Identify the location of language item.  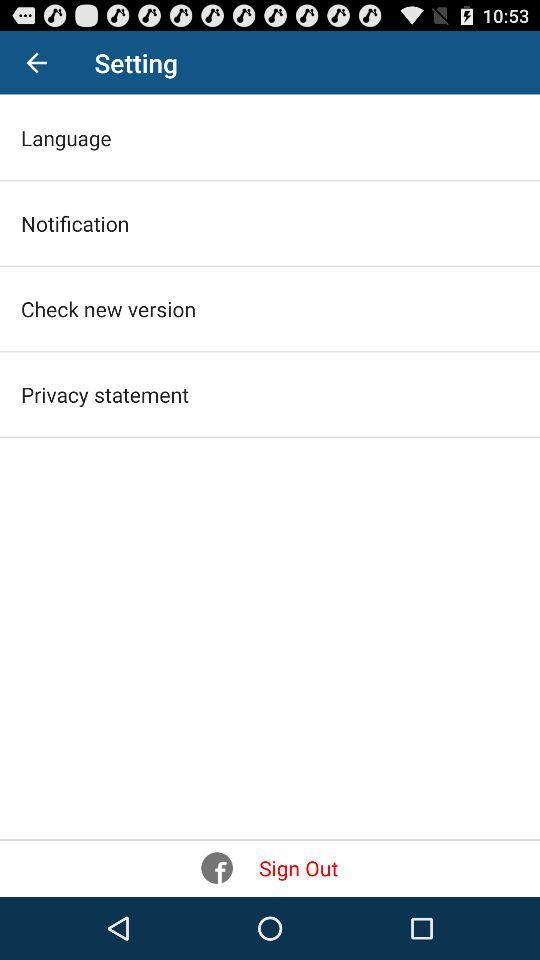
(66, 136).